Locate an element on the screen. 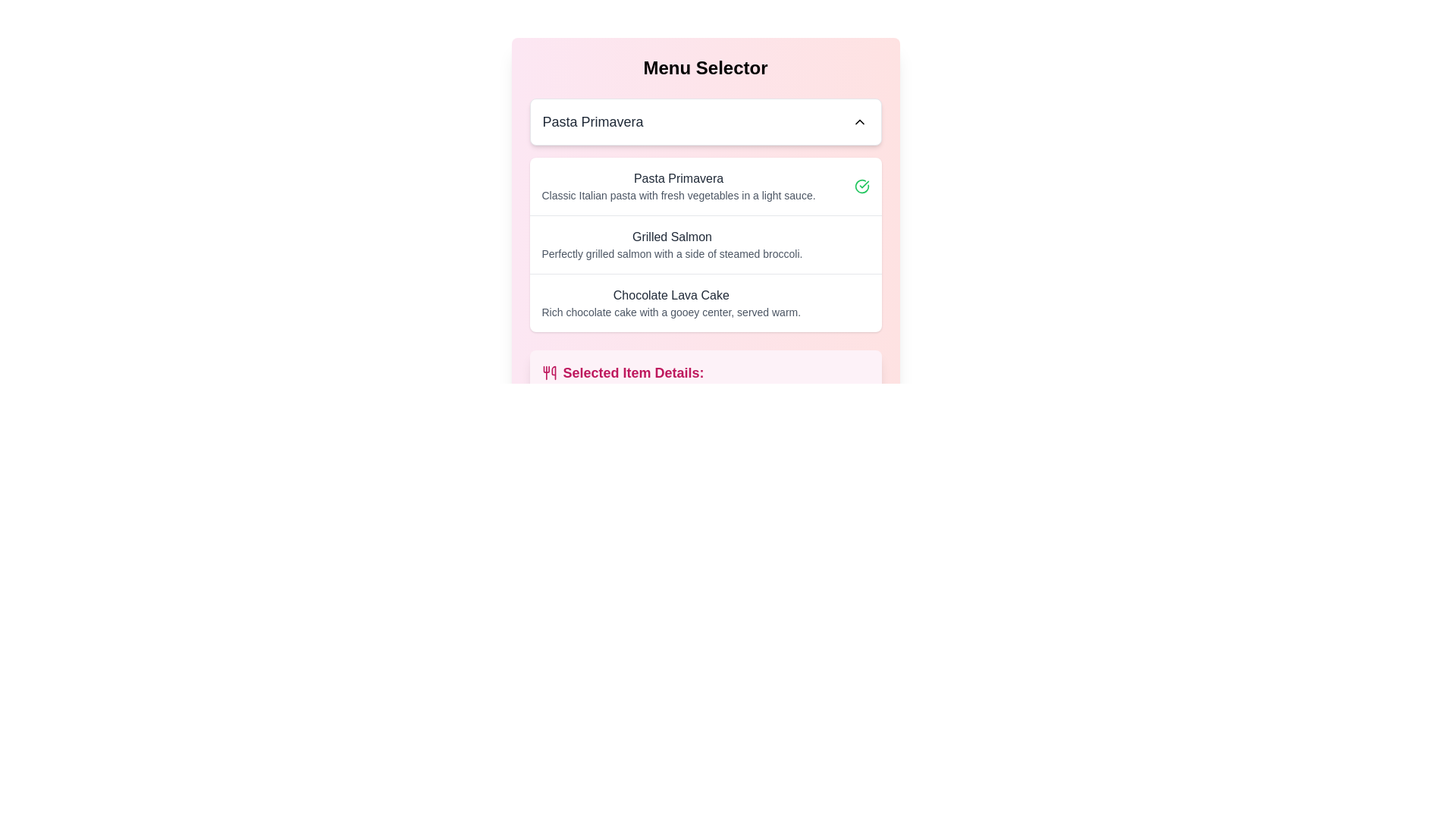 Image resolution: width=1456 pixels, height=819 pixels. the status of the circular checkmark icon located on the far right of the menu item for 'Pasta Primavera' is located at coordinates (861, 186).